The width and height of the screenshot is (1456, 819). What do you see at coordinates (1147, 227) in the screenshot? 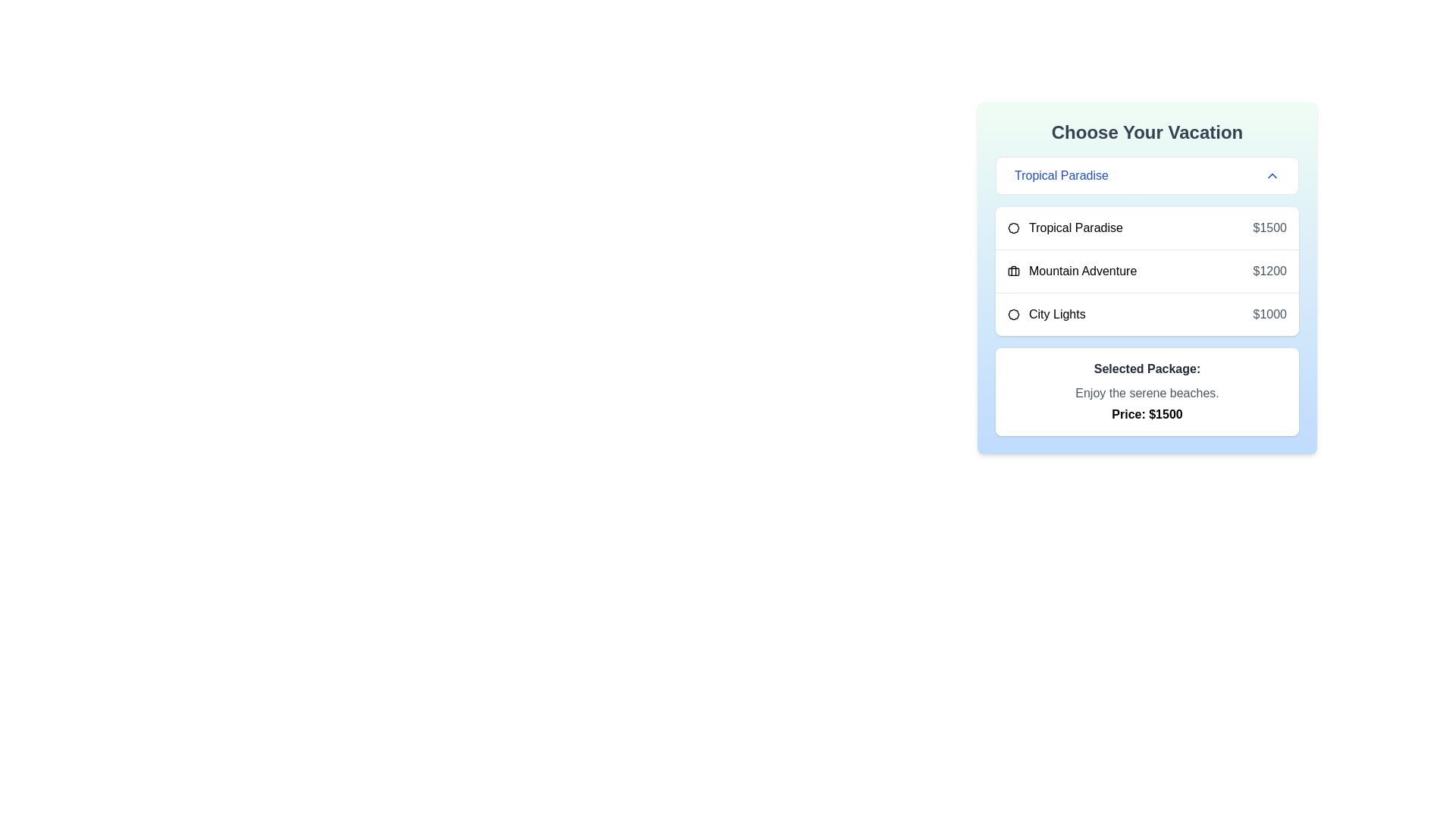
I see `the List Item element displaying 'Tropical Paradise'` at bounding box center [1147, 227].